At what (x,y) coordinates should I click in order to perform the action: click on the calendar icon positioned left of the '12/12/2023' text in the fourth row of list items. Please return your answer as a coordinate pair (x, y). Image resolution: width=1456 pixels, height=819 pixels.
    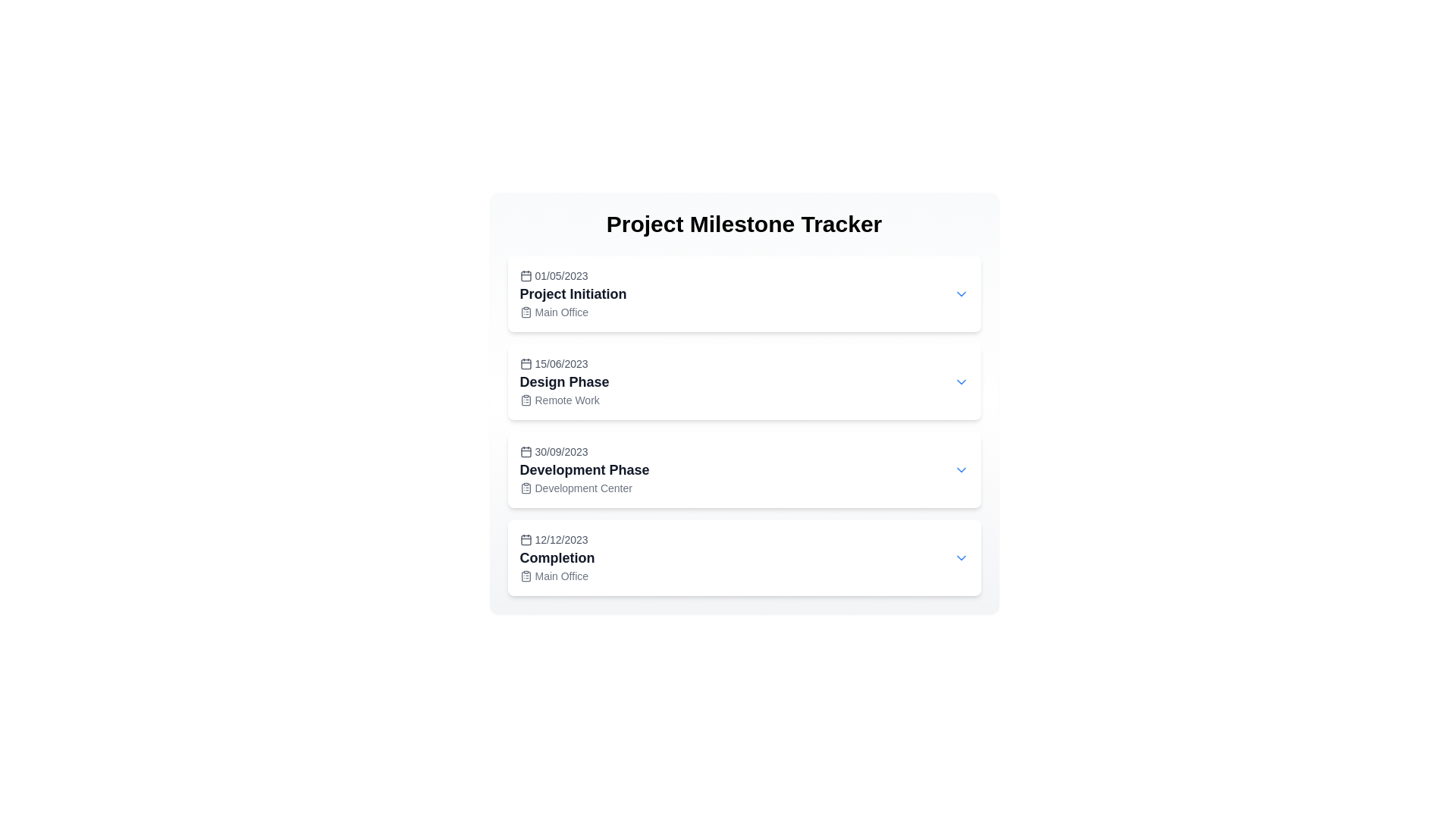
    Looking at the image, I should click on (526, 539).